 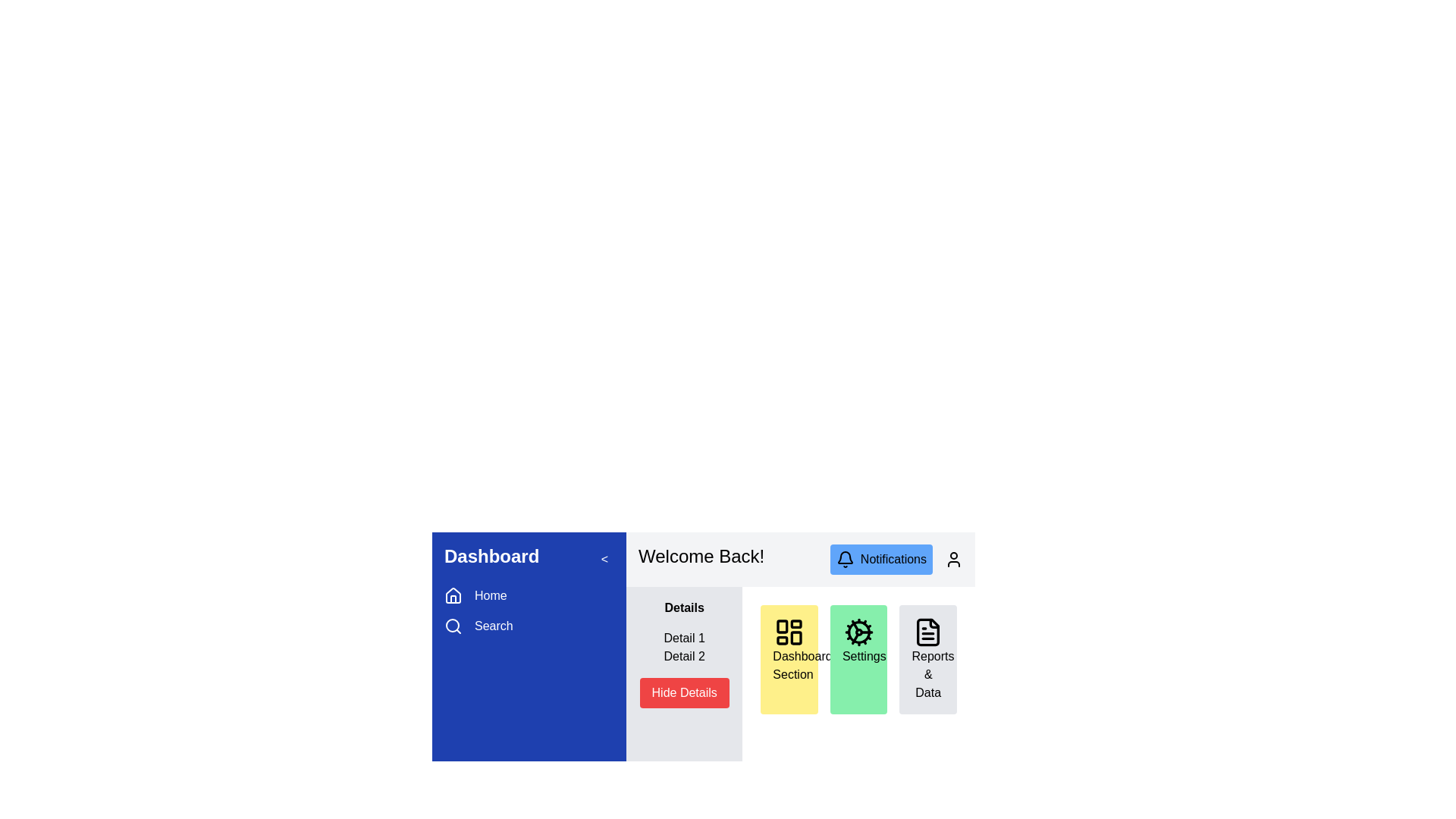 I want to click on the settings icon located inside the green rectangle labeled 'Settings', so click(x=858, y=632).